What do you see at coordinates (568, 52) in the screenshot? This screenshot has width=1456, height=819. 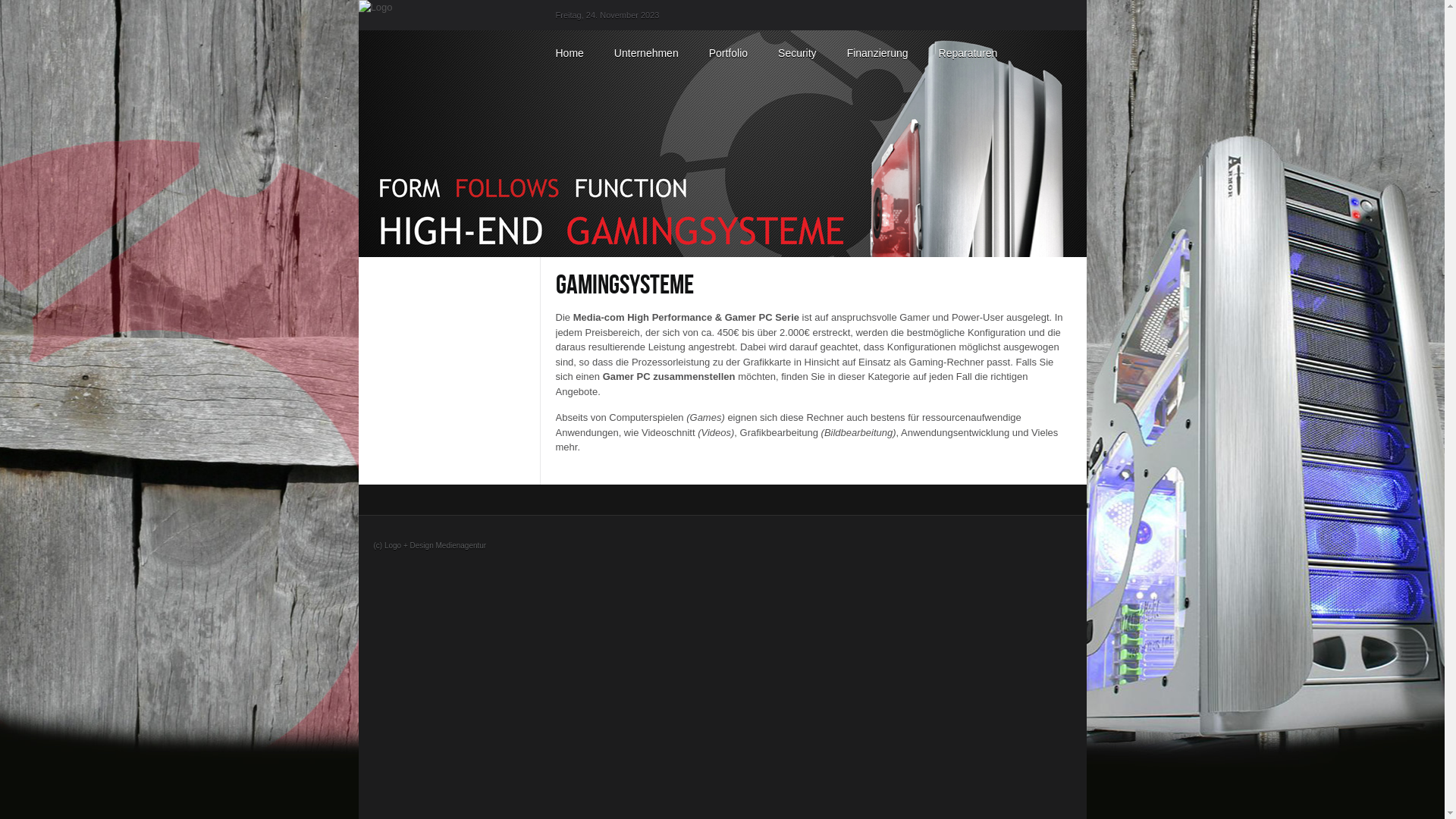 I see `'Home'` at bounding box center [568, 52].